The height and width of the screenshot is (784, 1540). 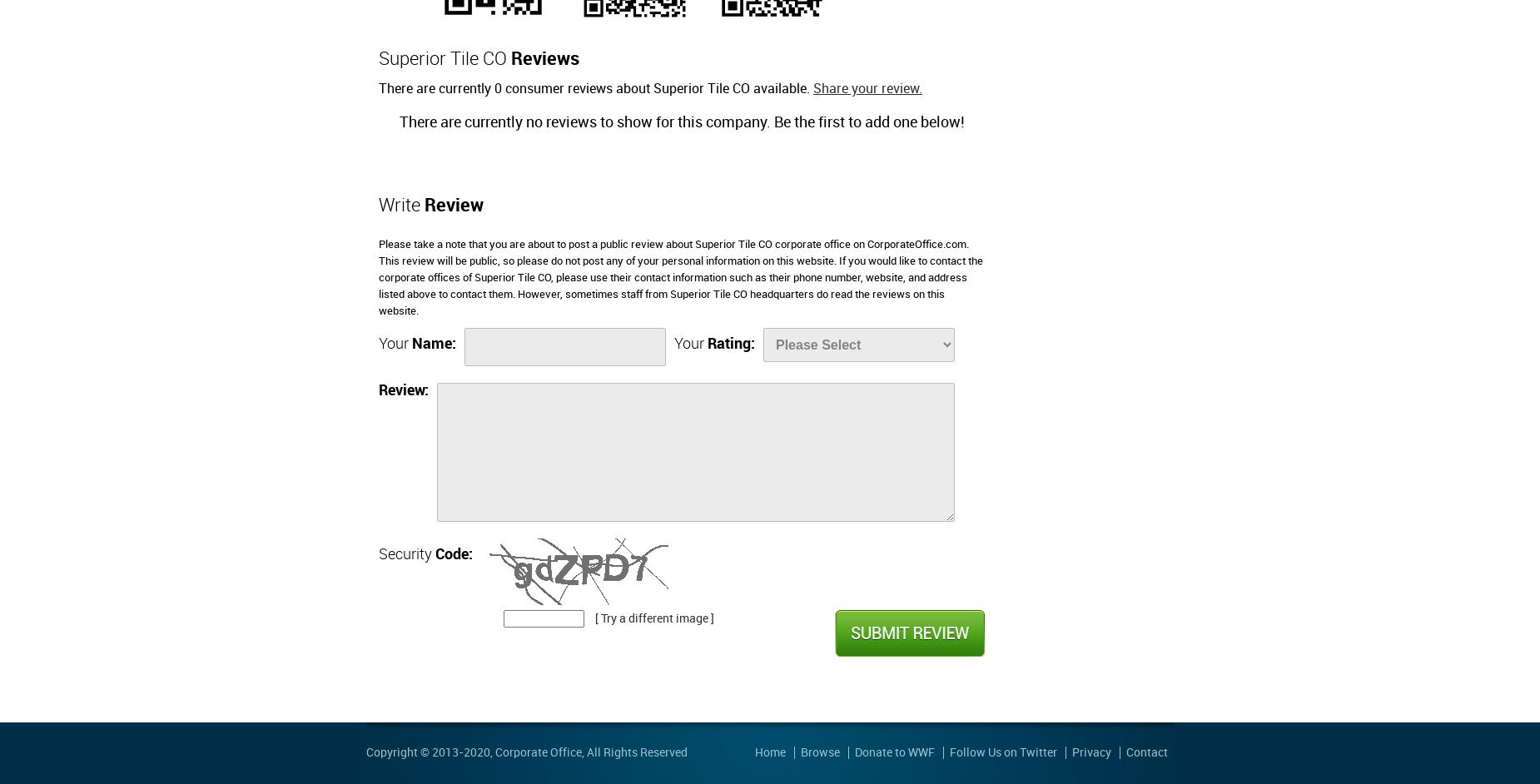 I want to click on 'Superior Tile CO', so click(x=445, y=58).